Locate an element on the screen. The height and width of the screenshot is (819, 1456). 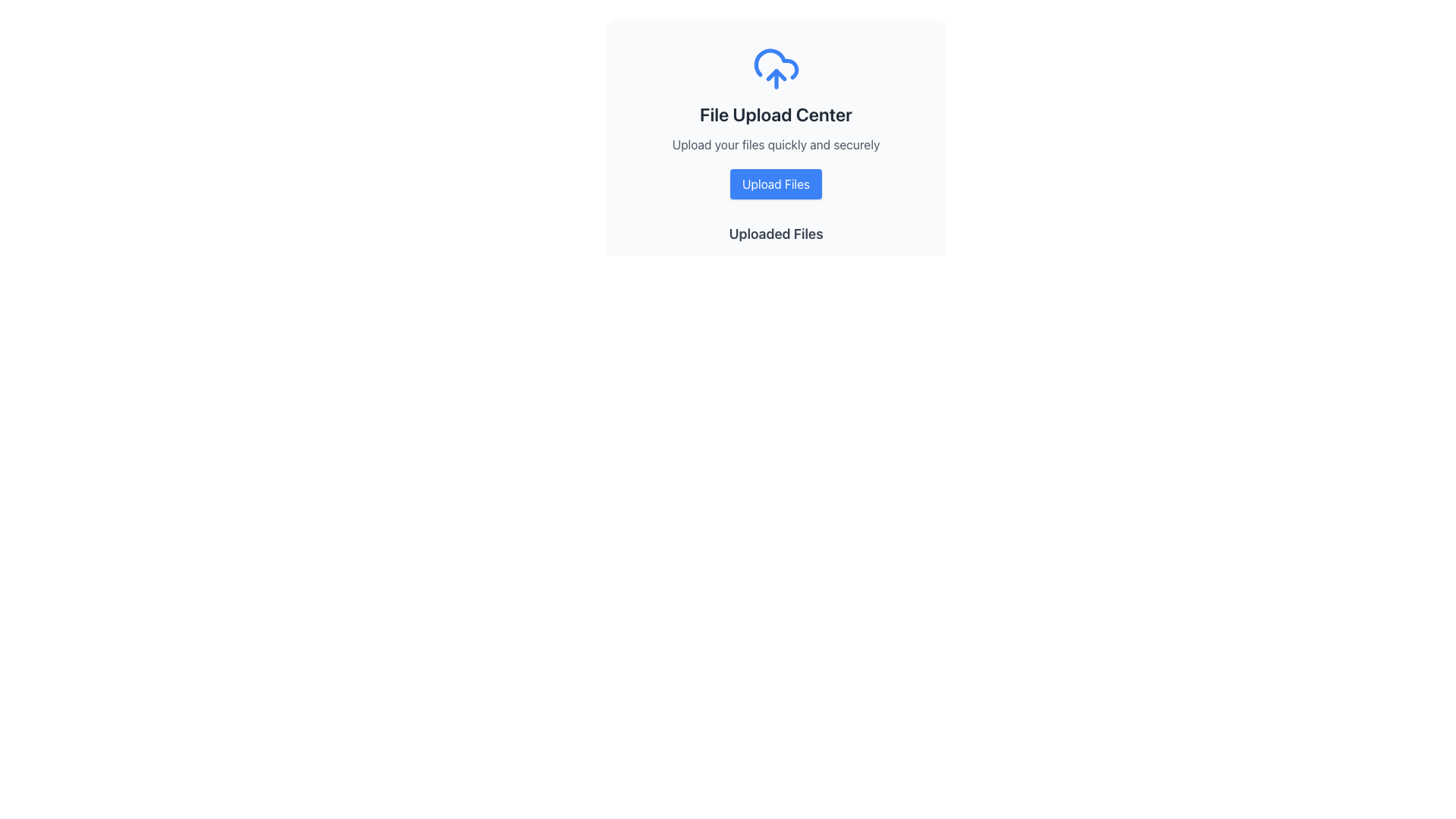
the label that serves as the title for the uploaded files section, located beneath the 'Upload Files' button is located at coordinates (776, 234).